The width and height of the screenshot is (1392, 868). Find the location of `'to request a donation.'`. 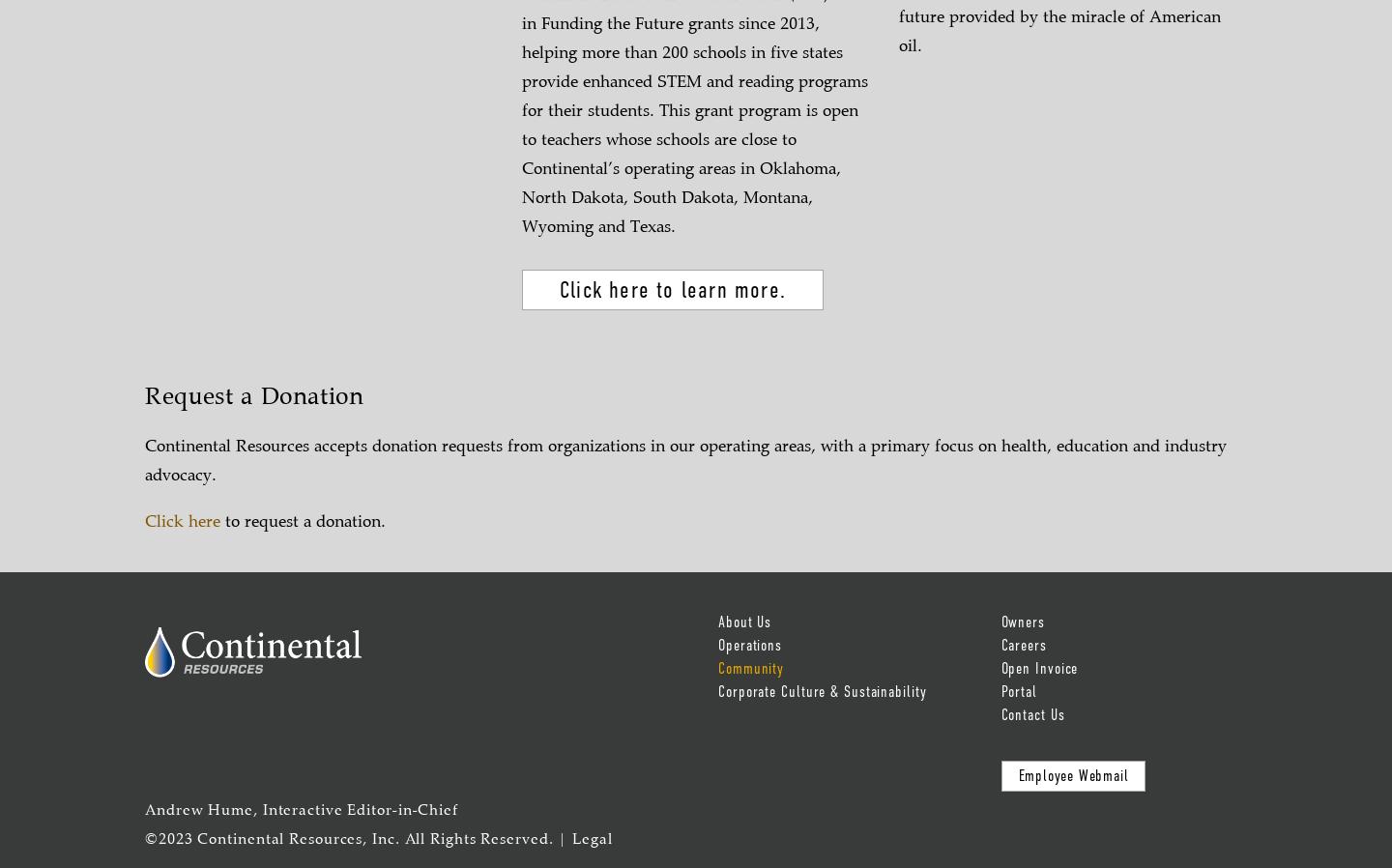

'to request a donation.' is located at coordinates (303, 521).